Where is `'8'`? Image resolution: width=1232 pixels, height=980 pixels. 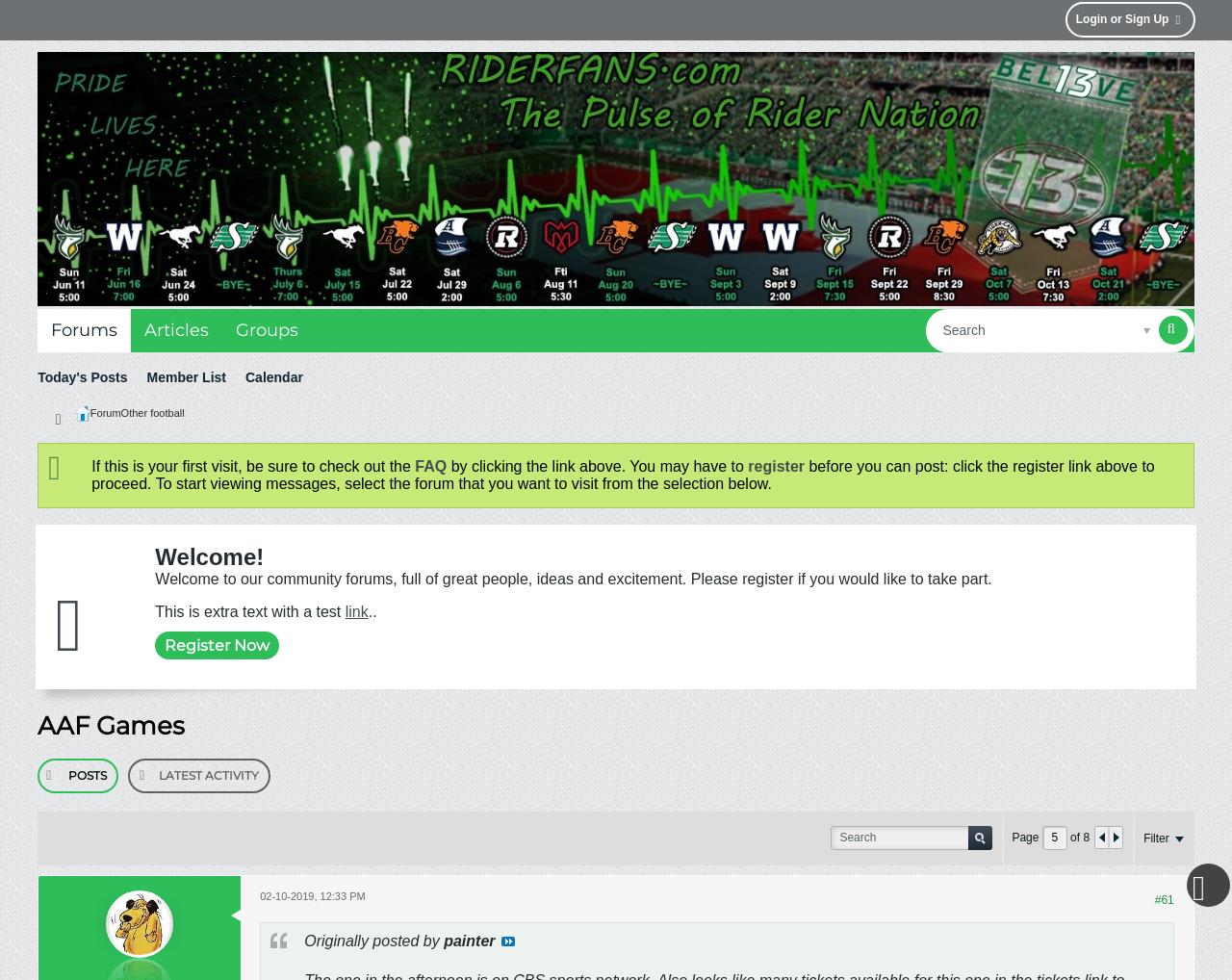 '8' is located at coordinates (1082, 837).